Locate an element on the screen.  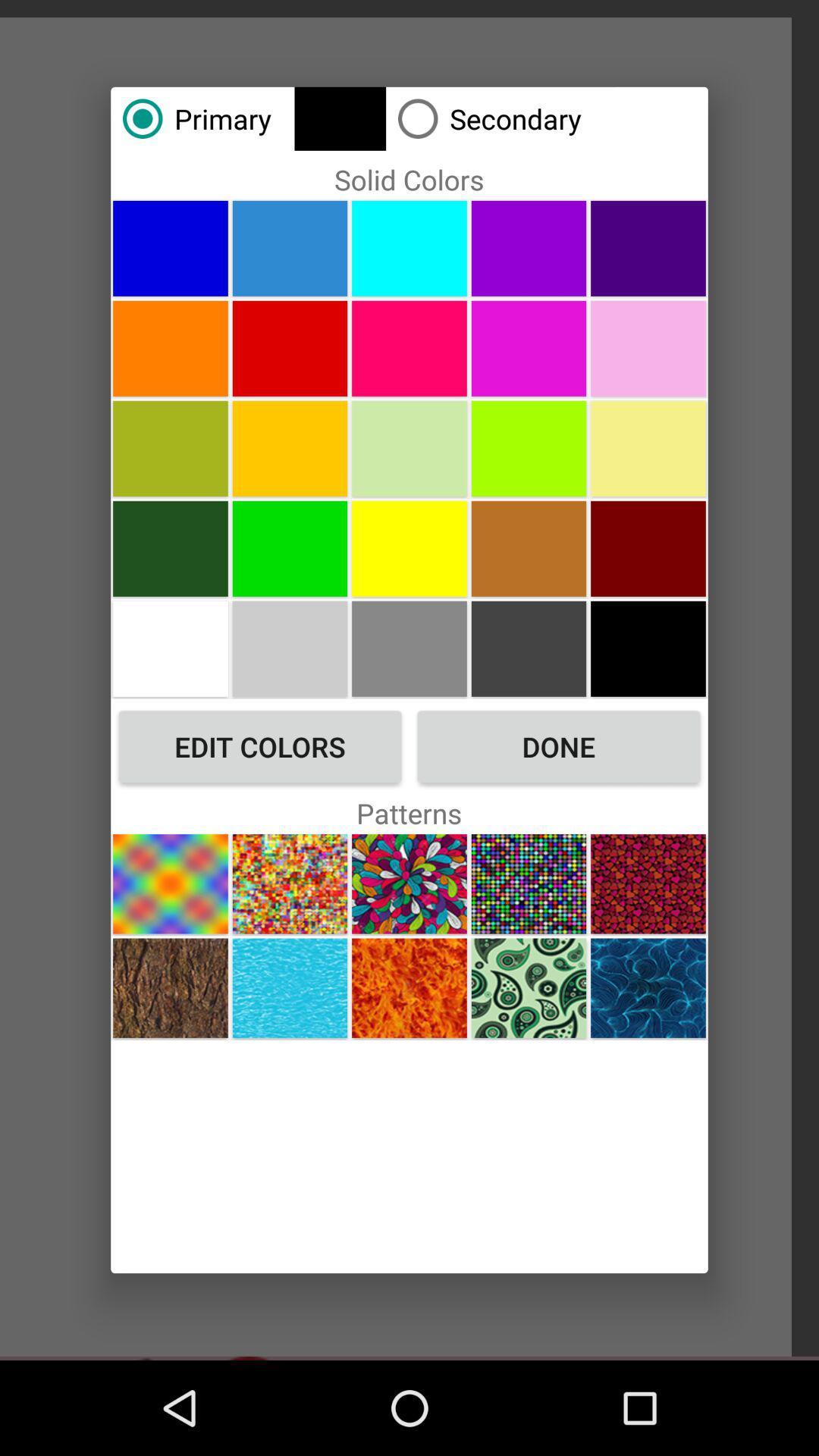
item to the right of edit colors is located at coordinates (558, 746).